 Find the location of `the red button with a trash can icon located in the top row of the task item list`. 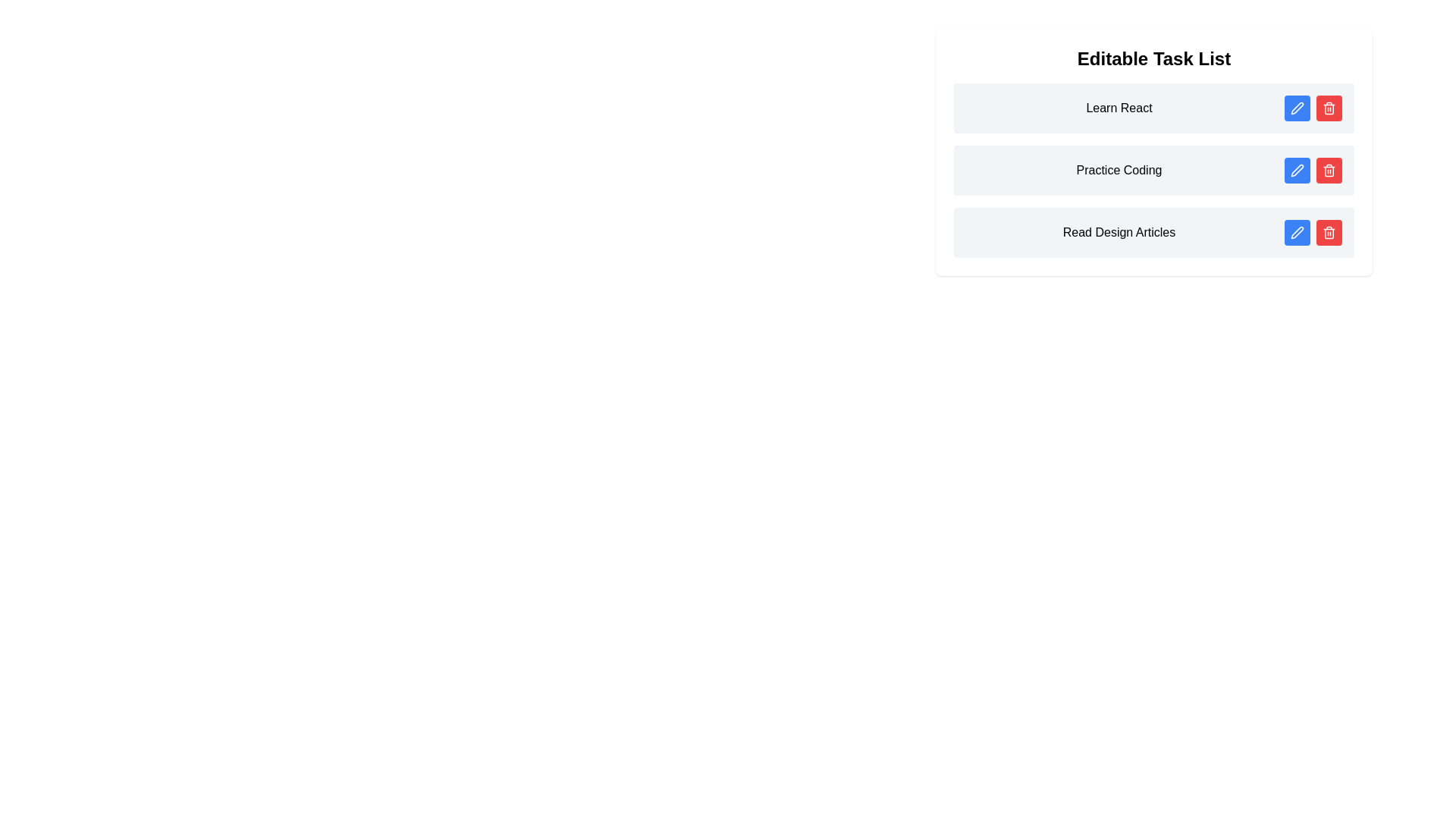

the red button with a trash can icon located in the top row of the task item list is located at coordinates (1328, 107).